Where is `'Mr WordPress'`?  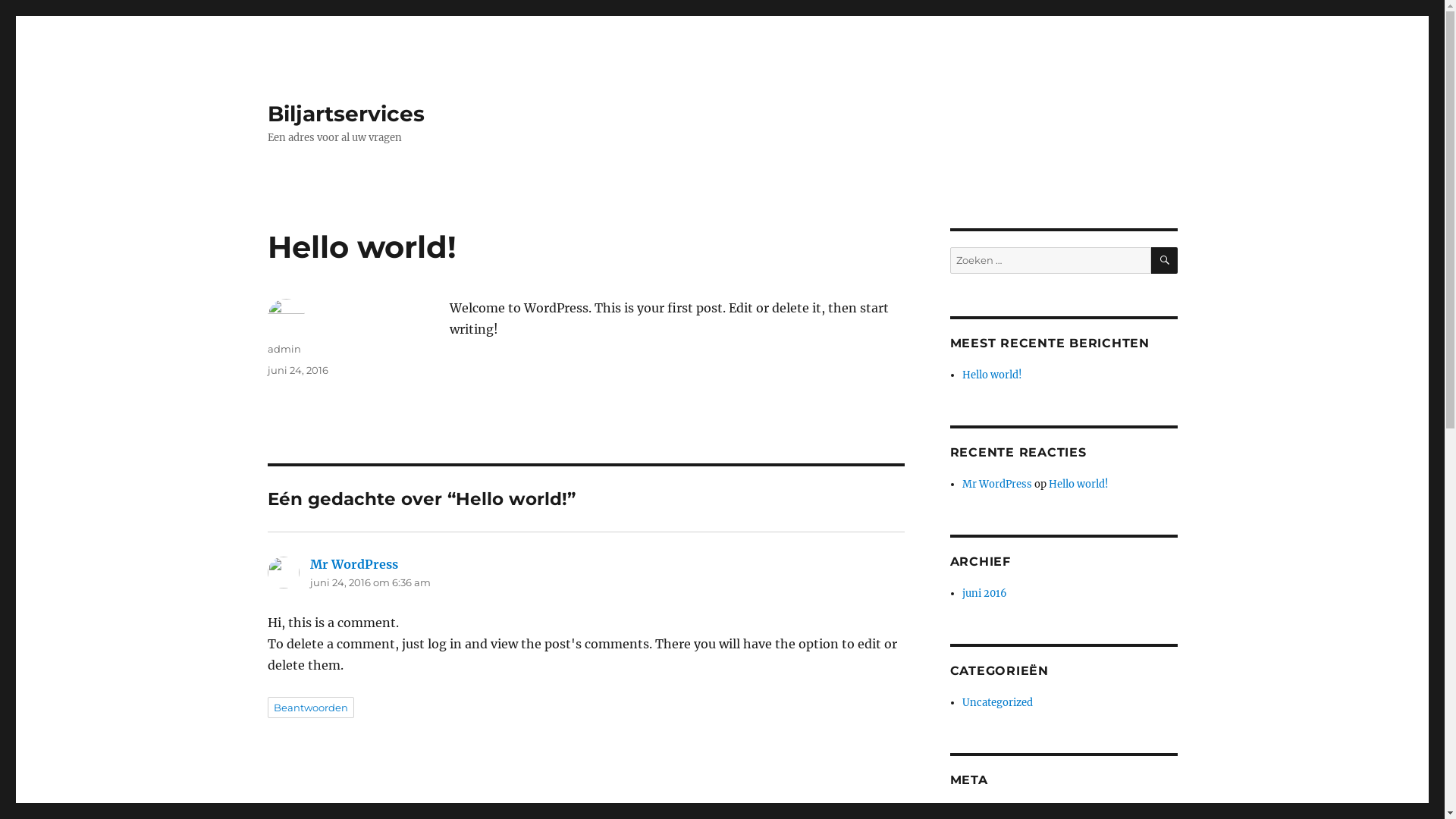 'Mr WordPress' is located at coordinates (997, 484).